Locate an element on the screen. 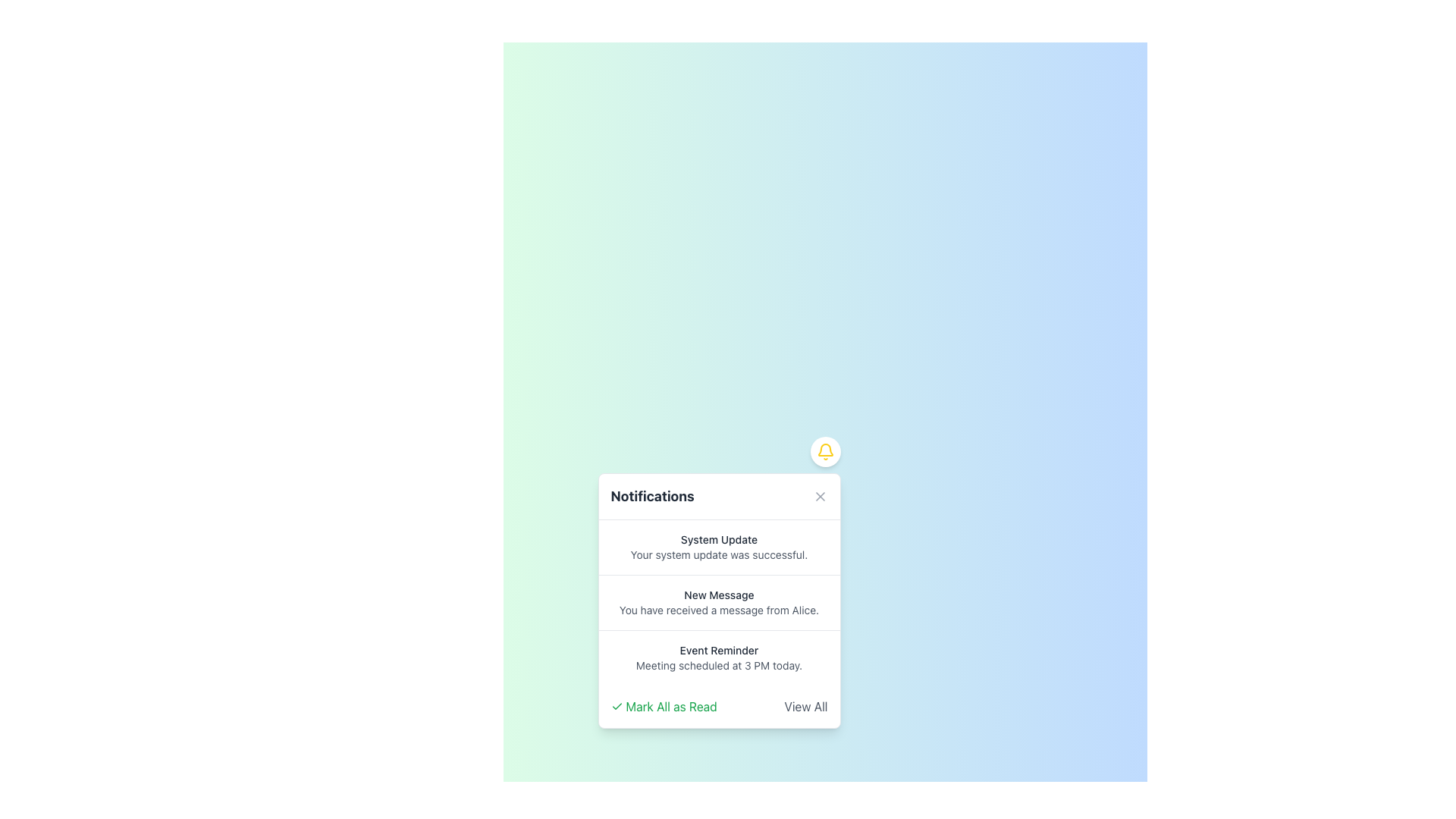 The height and width of the screenshot is (819, 1456). the yellow bell-shaped icon is located at coordinates (824, 451).